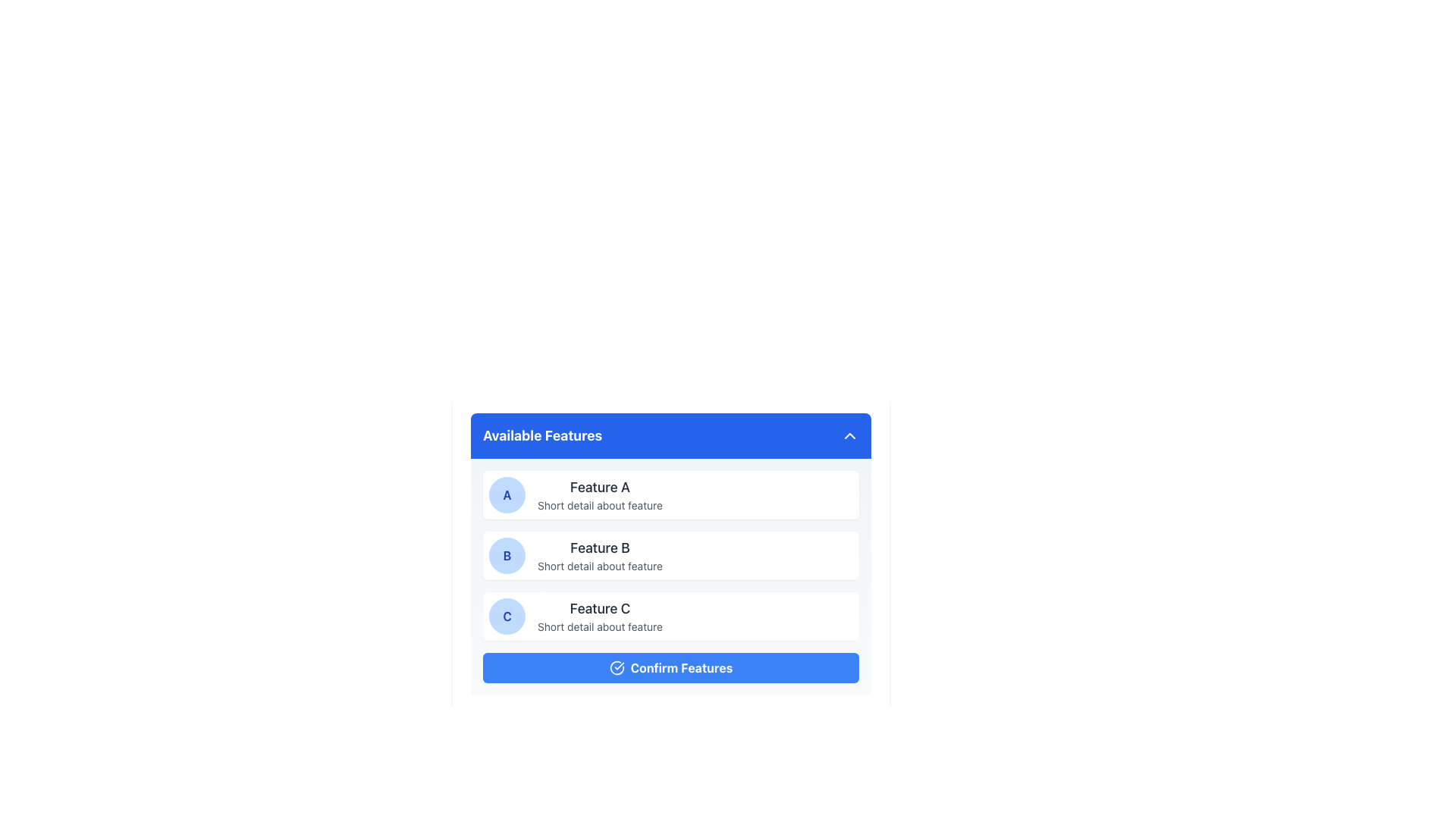  What do you see at coordinates (617, 667) in the screenshot?
I see `the confirmation icon located to the left of the text 'Confirm Features' within the blue button at the bottom of the feature selection card` at bounding box center [617, 667].